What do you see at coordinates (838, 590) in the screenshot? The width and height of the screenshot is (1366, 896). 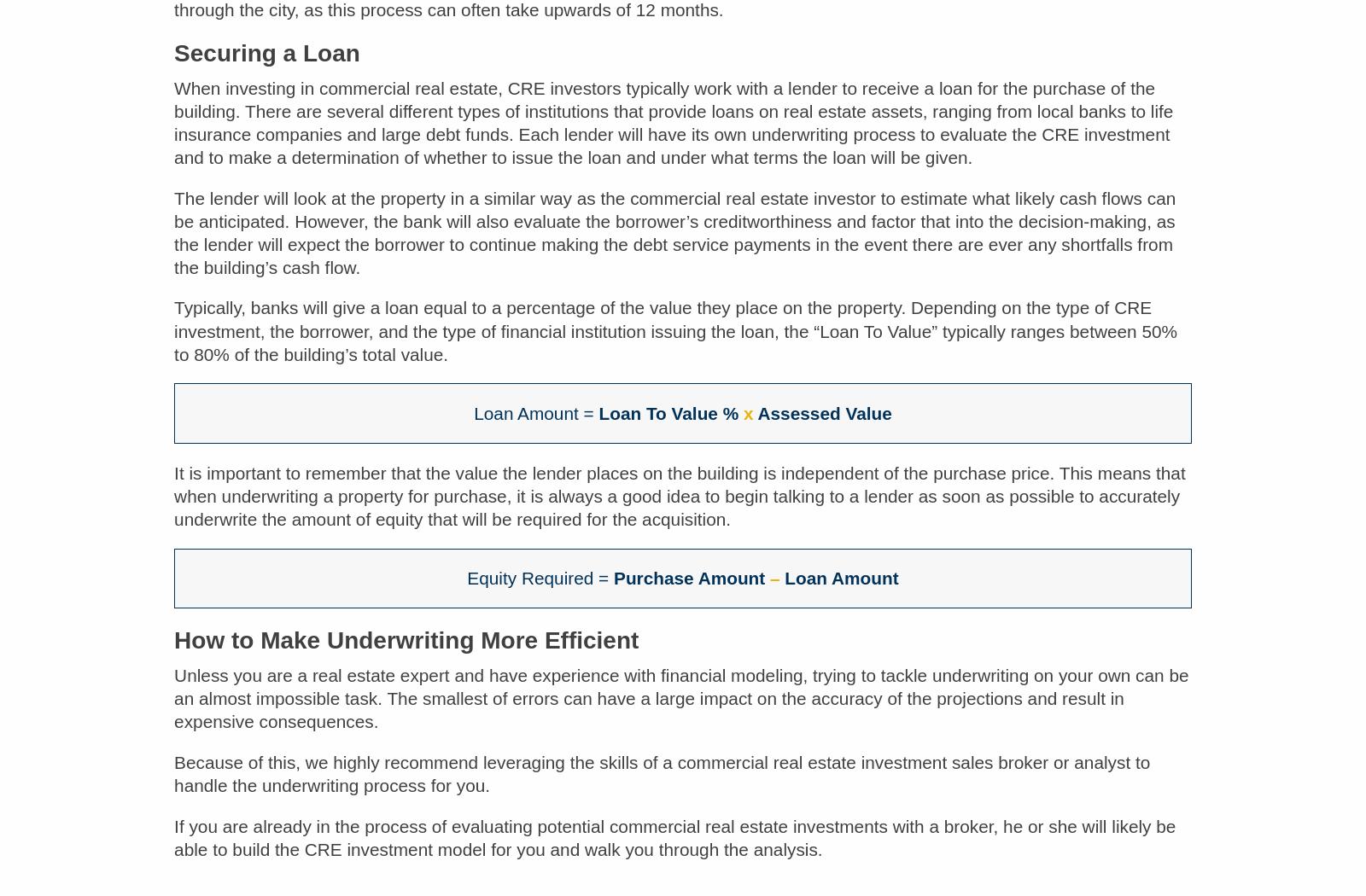 I see `'Loan Amount'` at bounding box center [838, 590].